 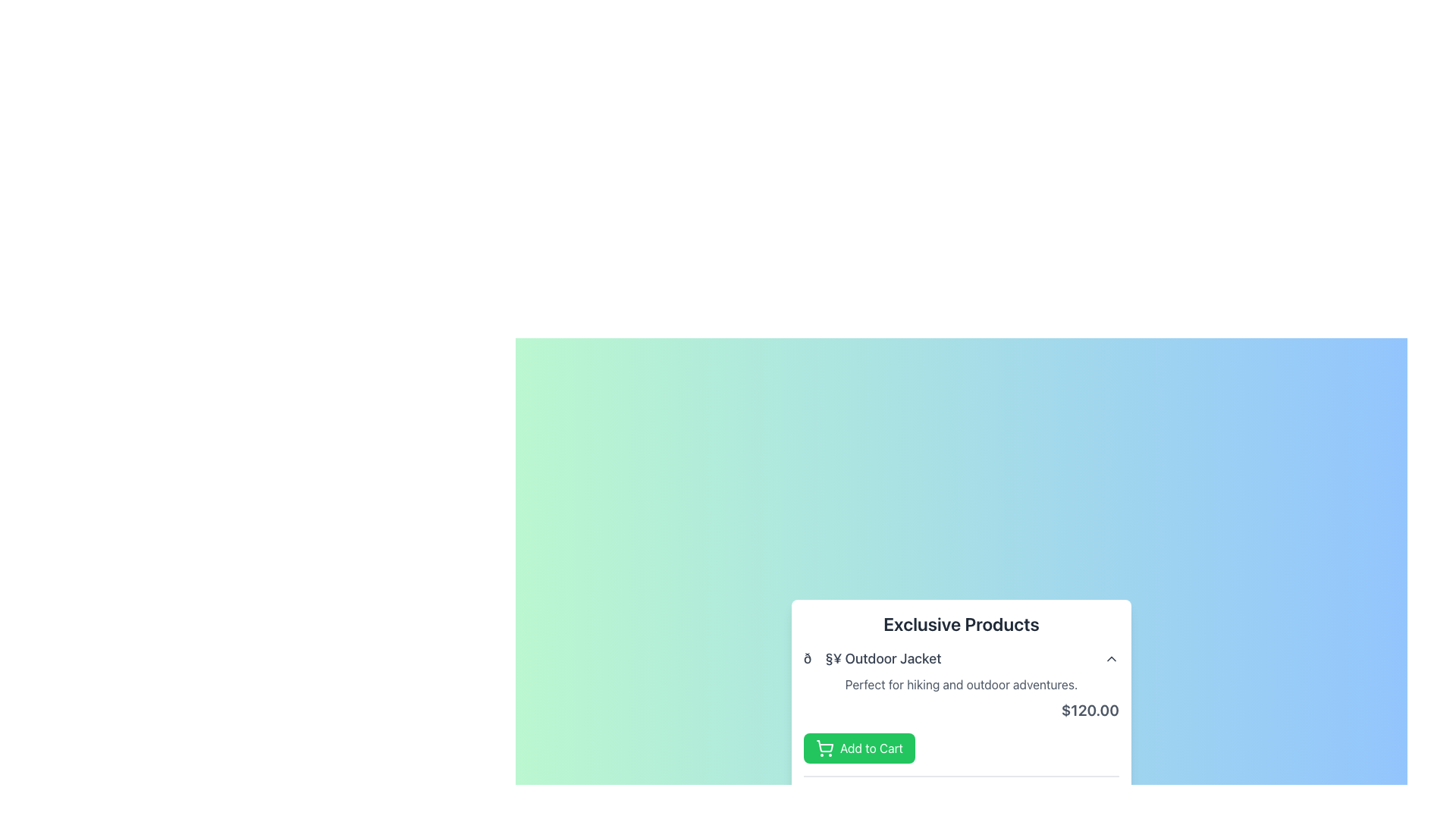 What do you see at coordinates (859, 748) in the screenshot?
I see `the add to cart button located at the lower center of the product details card to change its appearance` at bounding box center [859, 748].